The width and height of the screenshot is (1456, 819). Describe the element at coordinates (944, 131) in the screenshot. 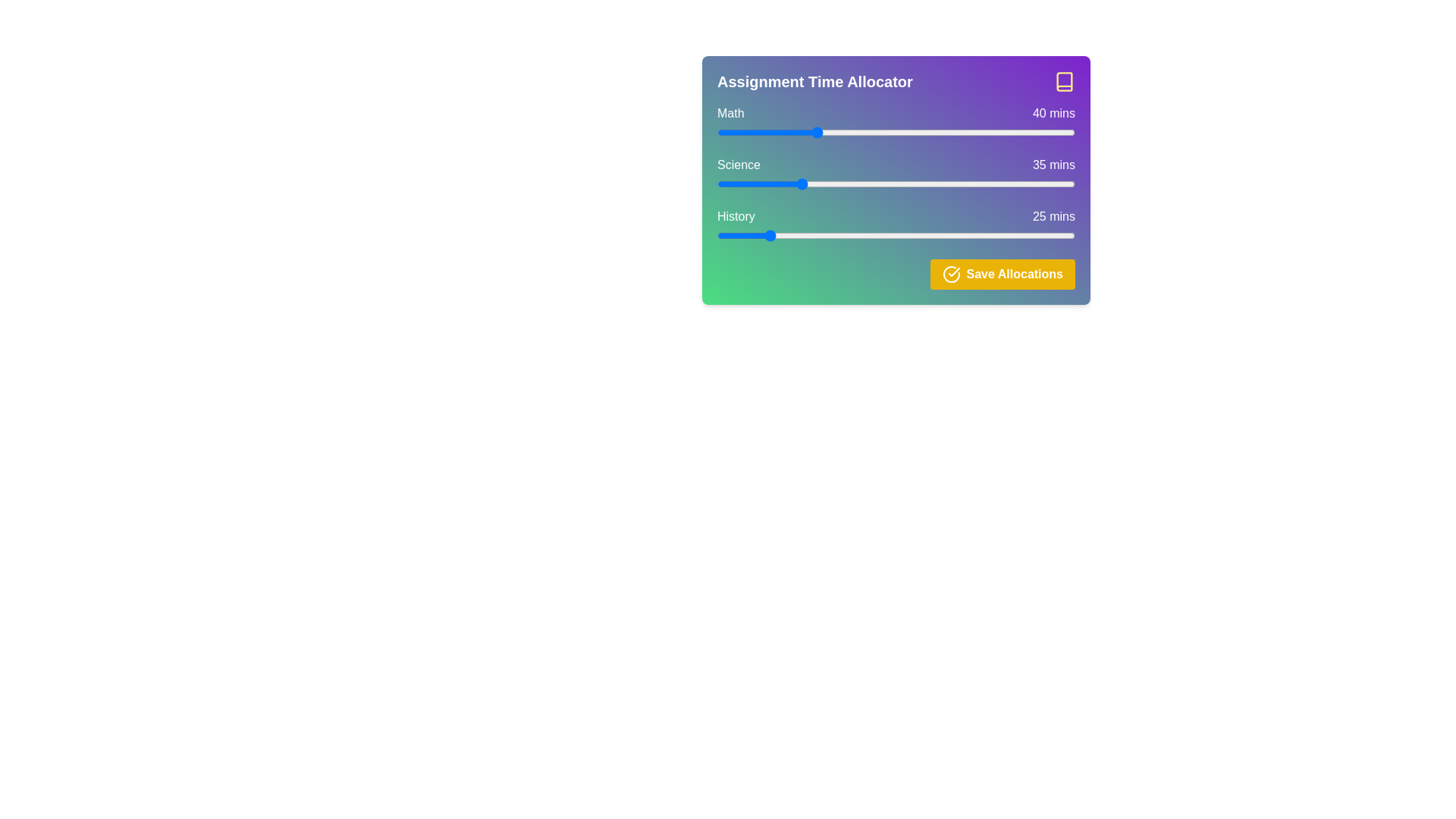

I see `the time allocation for Math` at that location.